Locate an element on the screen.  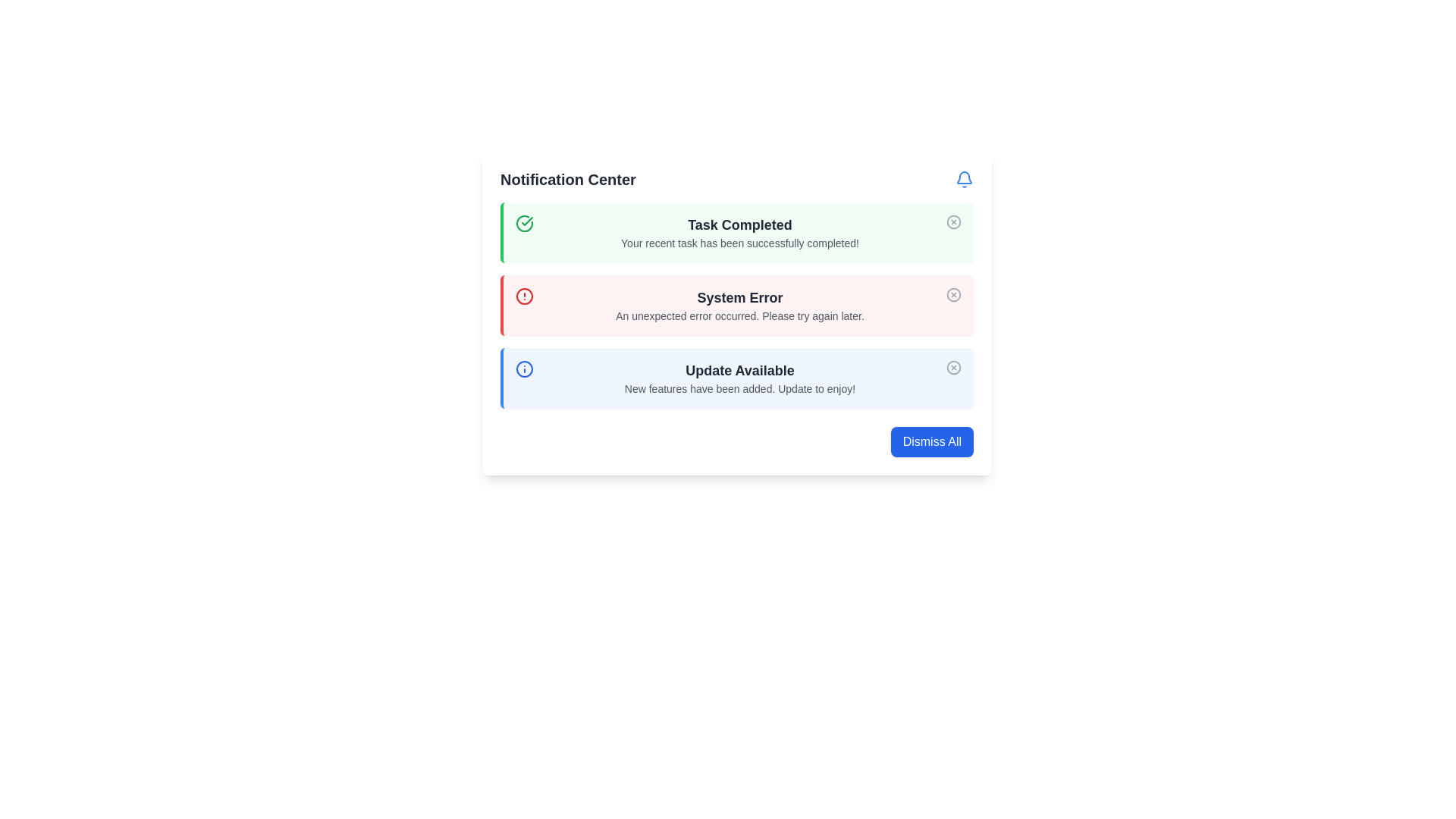
notification message text that informs the user of a system error, located beneath the header 'System Error.' is located at coordinates (739, 315).